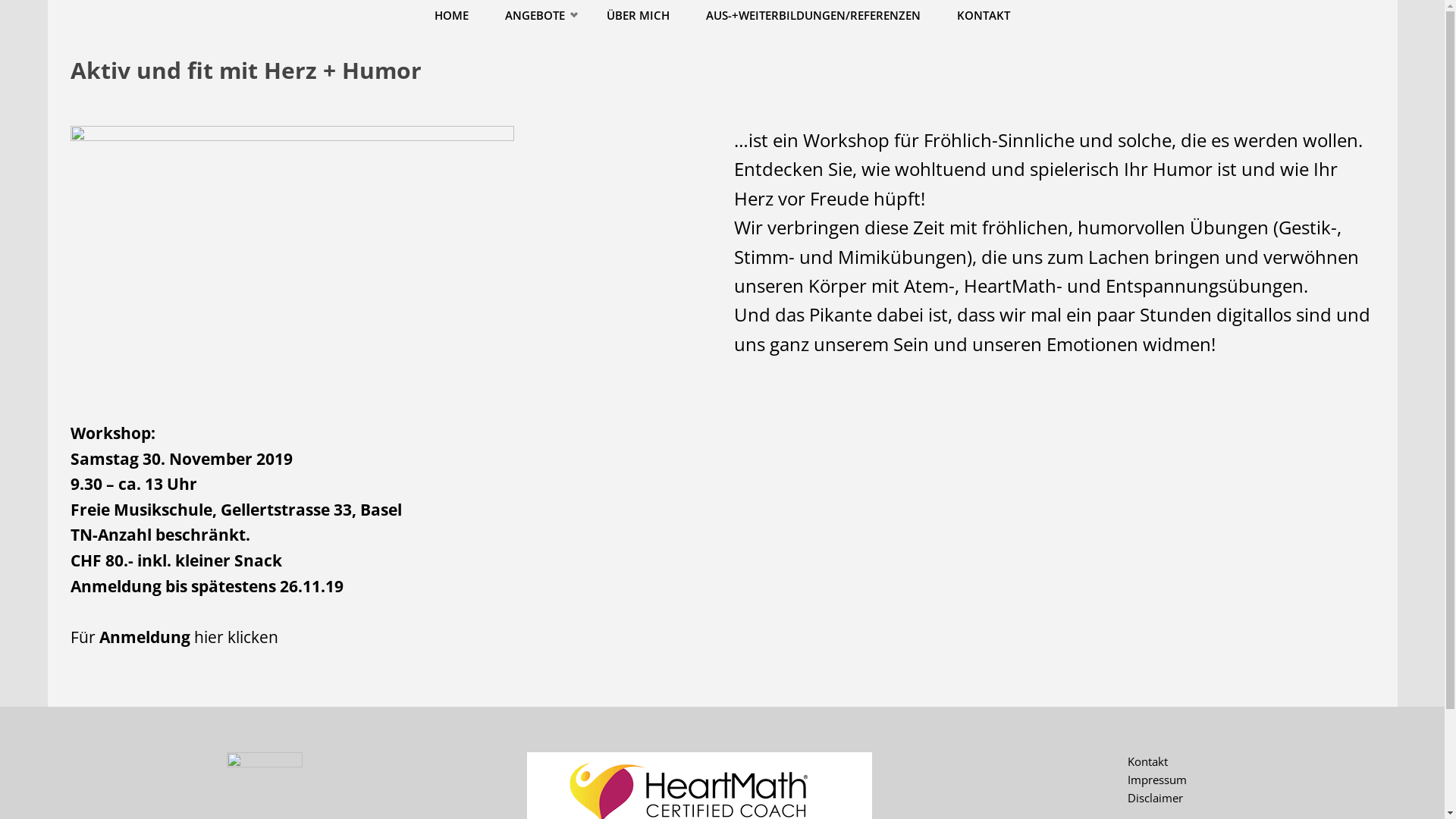 This screenshot has height=819, width=1456. I want to click on 'Kontakt', so click(1147, 761).